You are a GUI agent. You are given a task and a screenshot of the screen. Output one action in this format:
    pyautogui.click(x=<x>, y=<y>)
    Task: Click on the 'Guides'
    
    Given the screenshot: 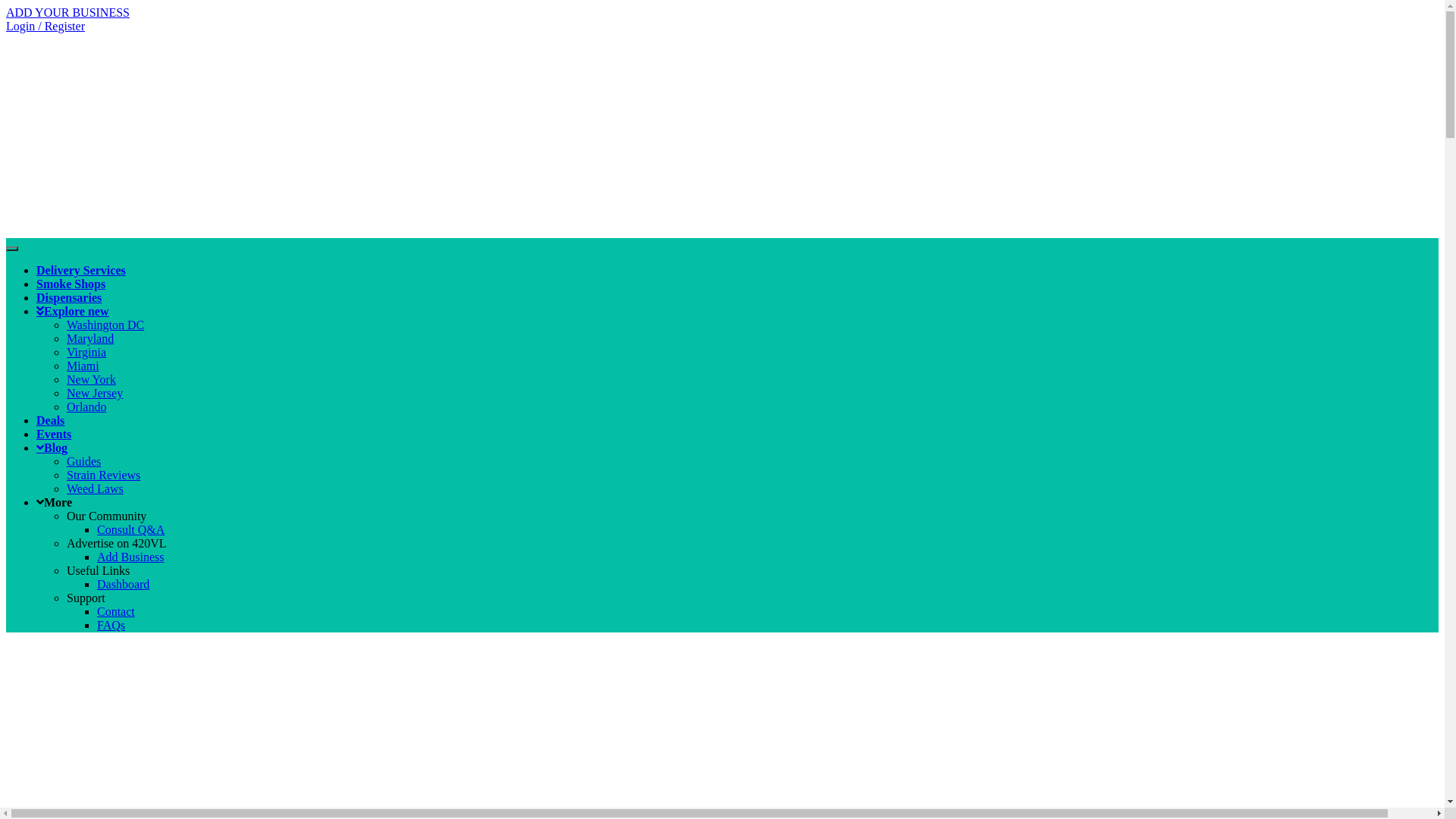 What is the action you would take?
    pyautogui.click(x=83, y=460)
    